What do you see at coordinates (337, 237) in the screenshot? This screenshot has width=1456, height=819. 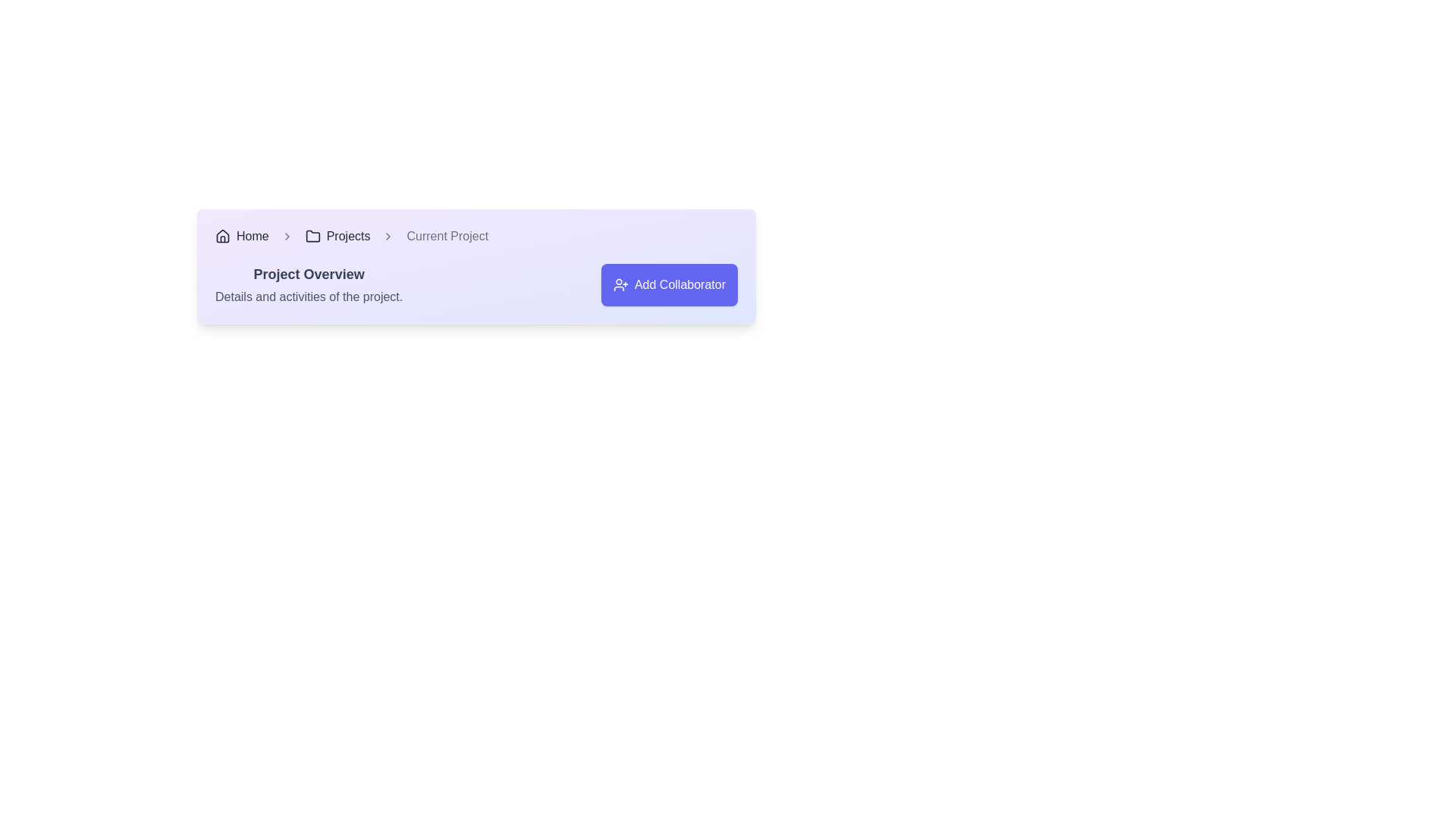 I see `the 'Projects' breadcrumb link with a folder icon` at bounding box center [337, 237].